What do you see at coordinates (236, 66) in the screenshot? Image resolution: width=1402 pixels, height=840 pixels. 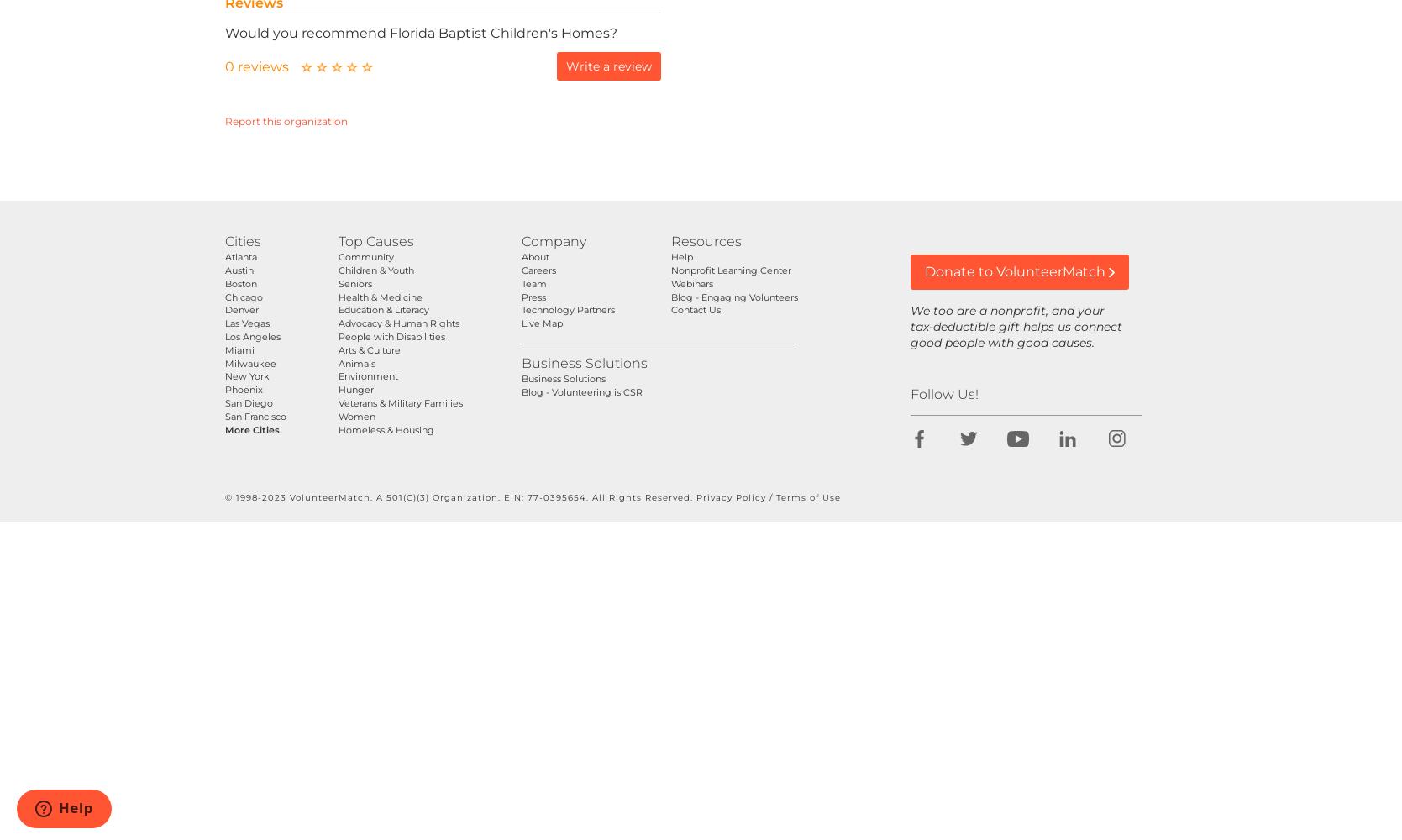 I see `'reviews'` at bounding box center [236, 66].